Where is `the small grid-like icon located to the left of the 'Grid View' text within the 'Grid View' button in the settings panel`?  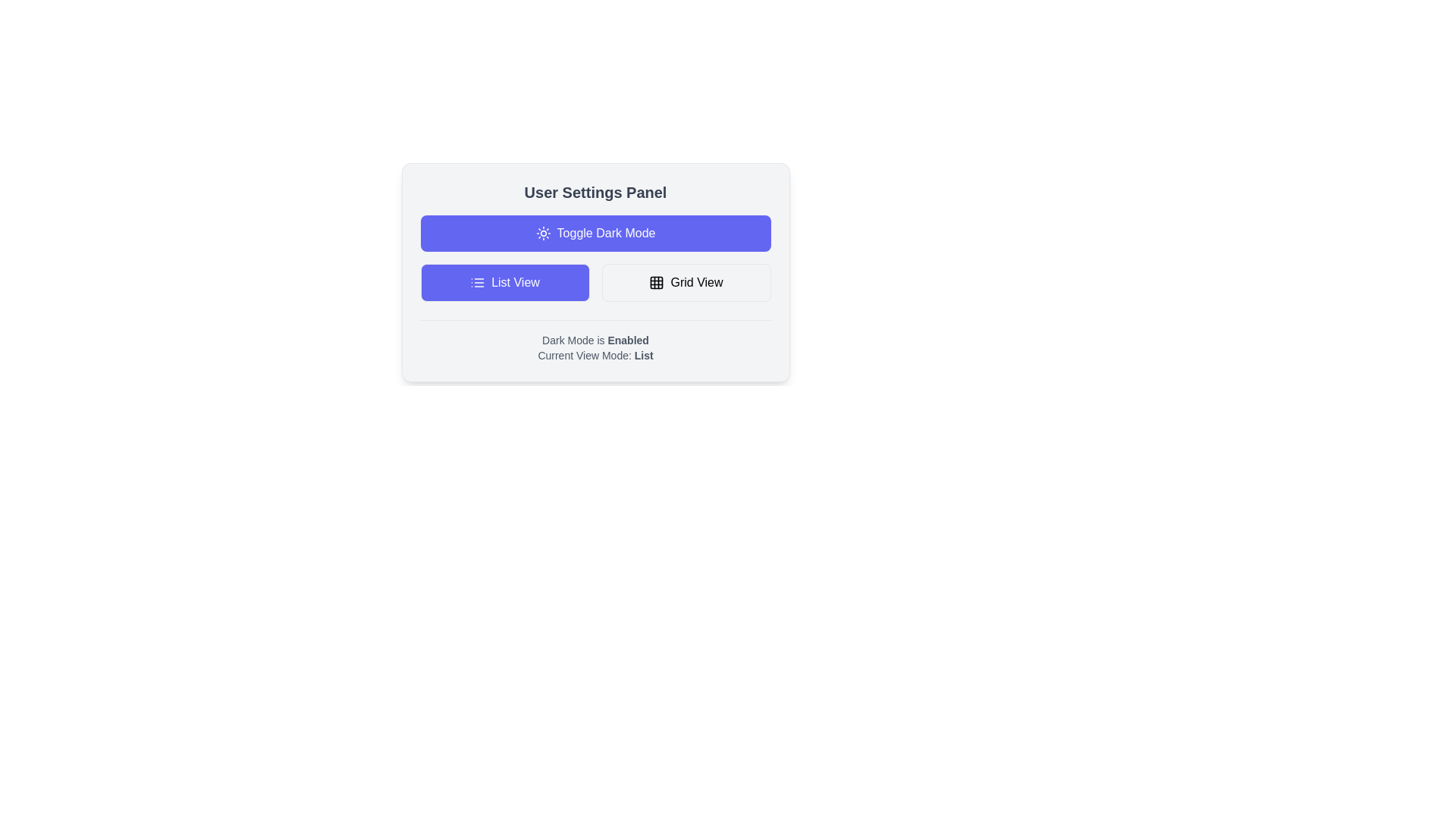 the small grid-like icon located to the left of the 'Grid View' text within the 'Grid View' button in the settings panel is located at coordinates (657, 283).